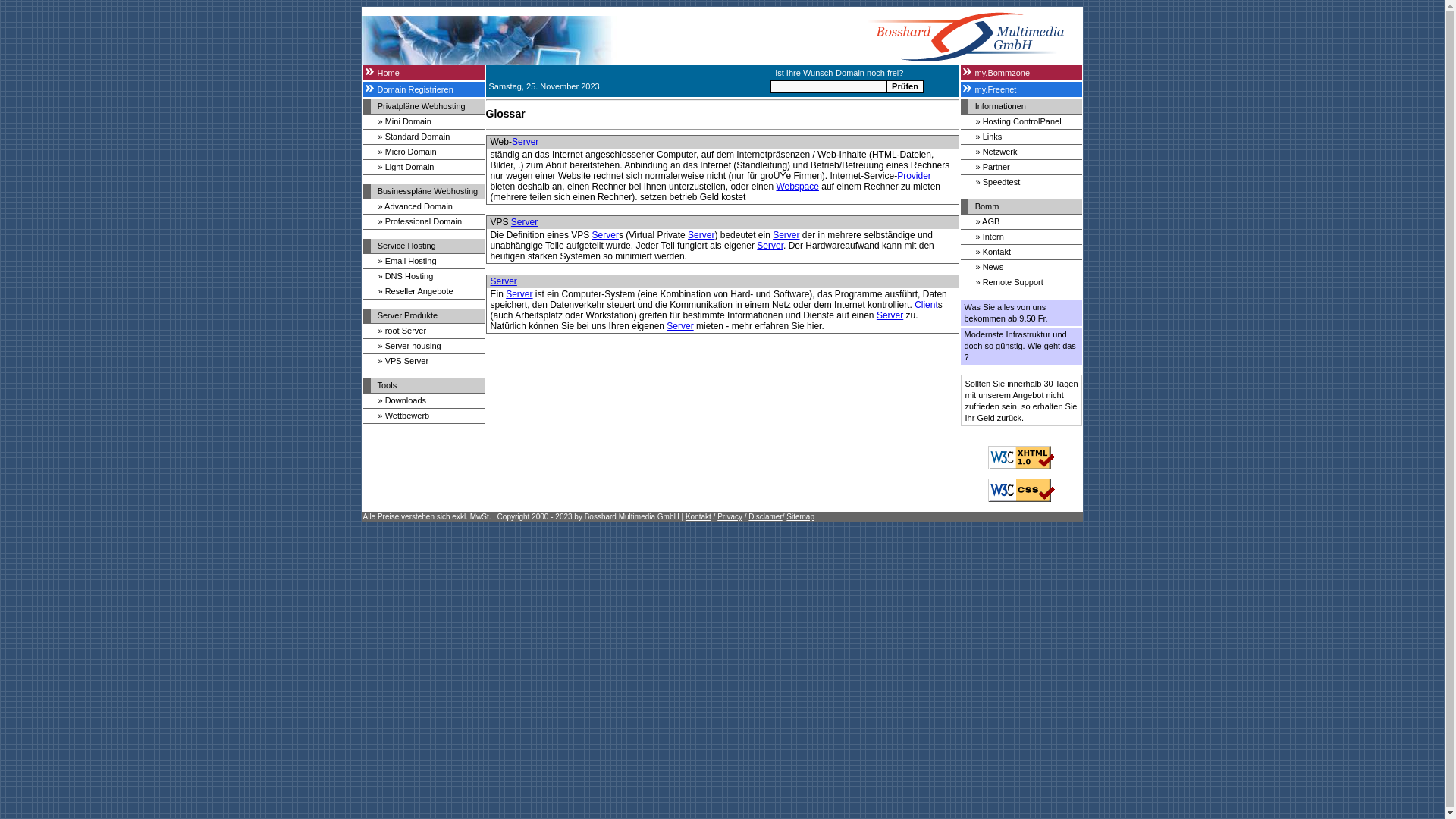 The image size is (1456, 819). What do you see at coordinates (519, 294) in the screenshot?
I see `'Server'` at bounding box center [519, 294].